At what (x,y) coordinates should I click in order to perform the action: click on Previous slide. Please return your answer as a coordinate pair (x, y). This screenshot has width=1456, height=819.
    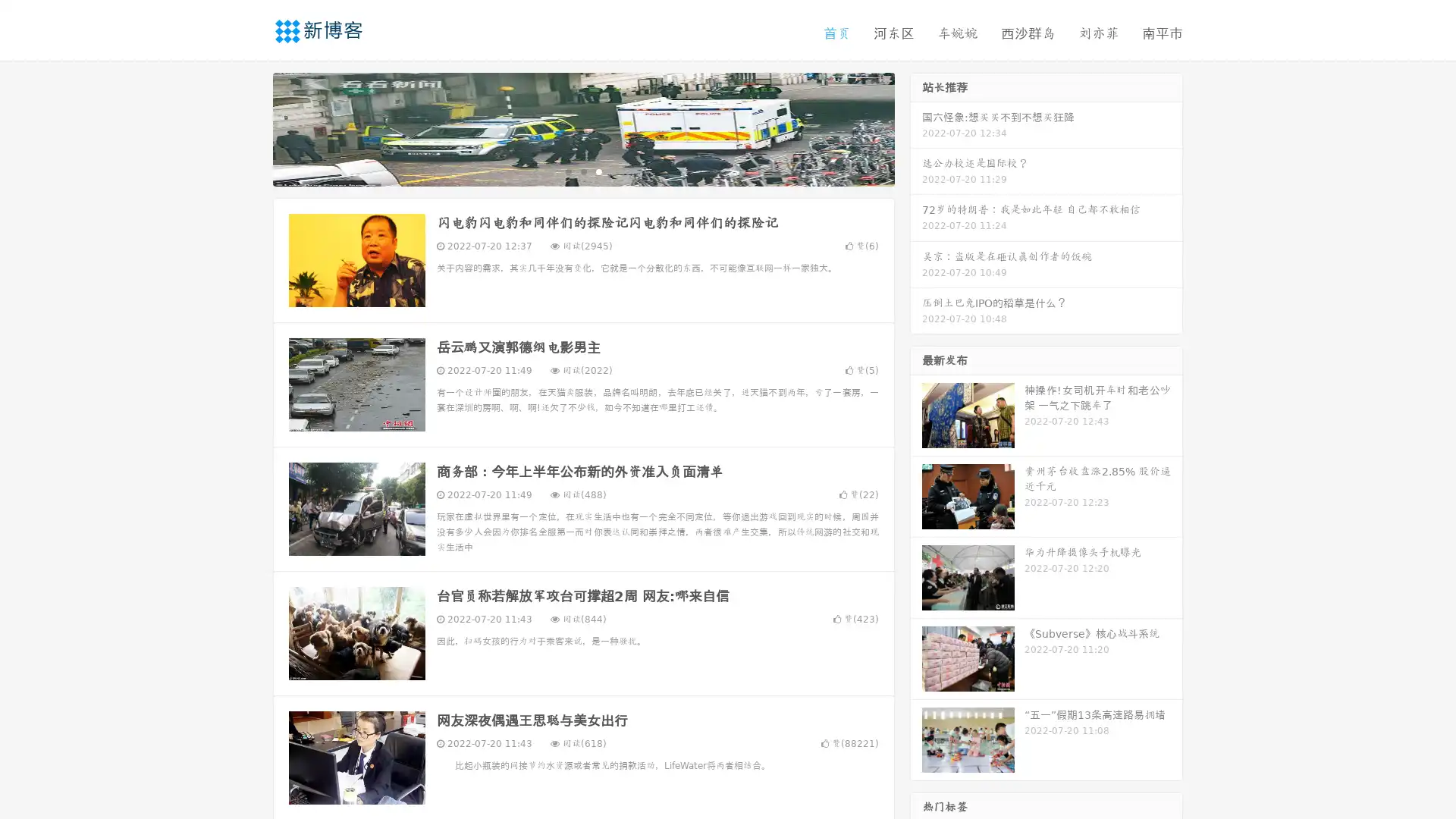
    Looking at the image, I should click on (250, 127).